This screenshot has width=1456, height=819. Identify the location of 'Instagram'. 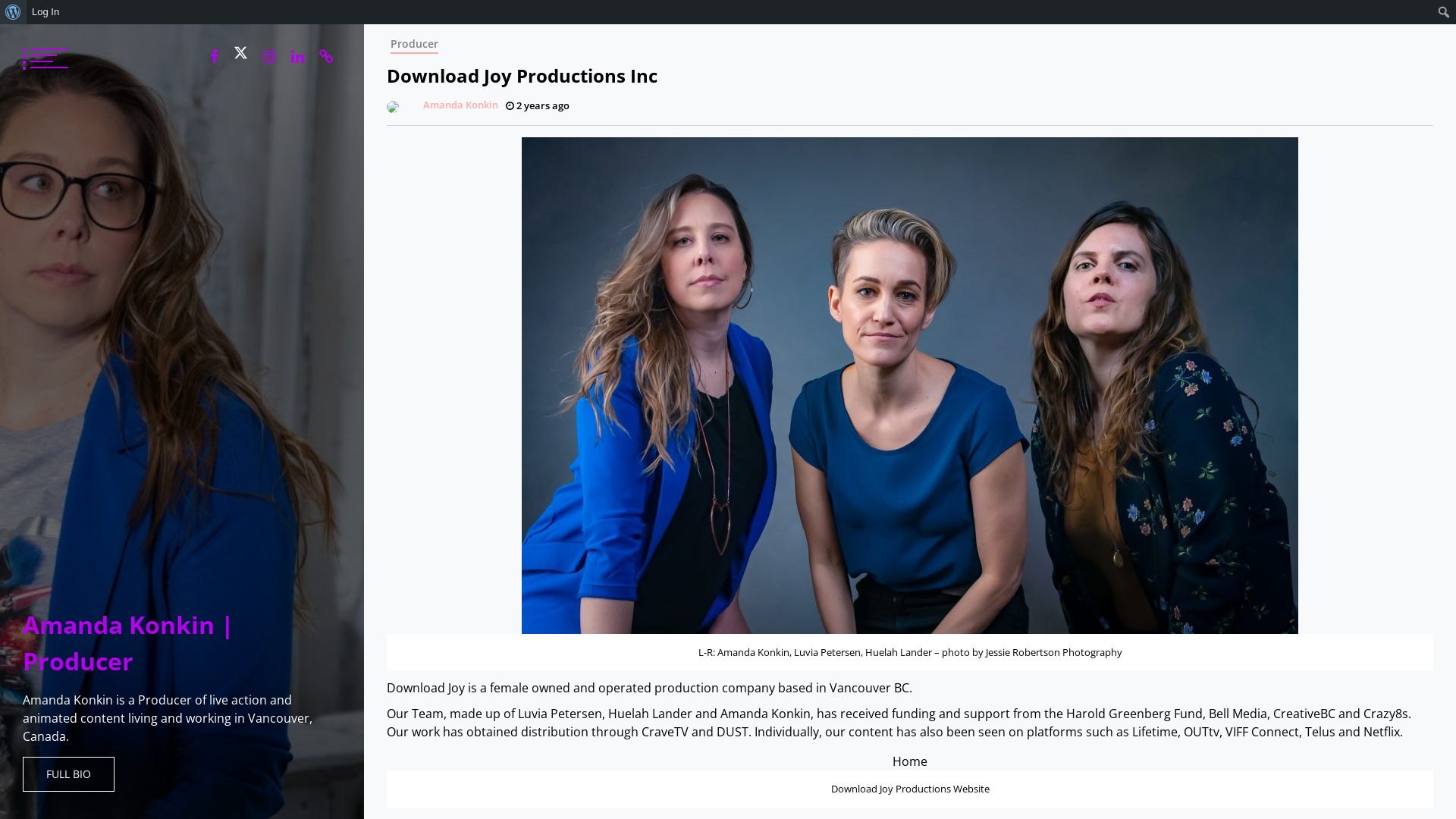
(269, 55).